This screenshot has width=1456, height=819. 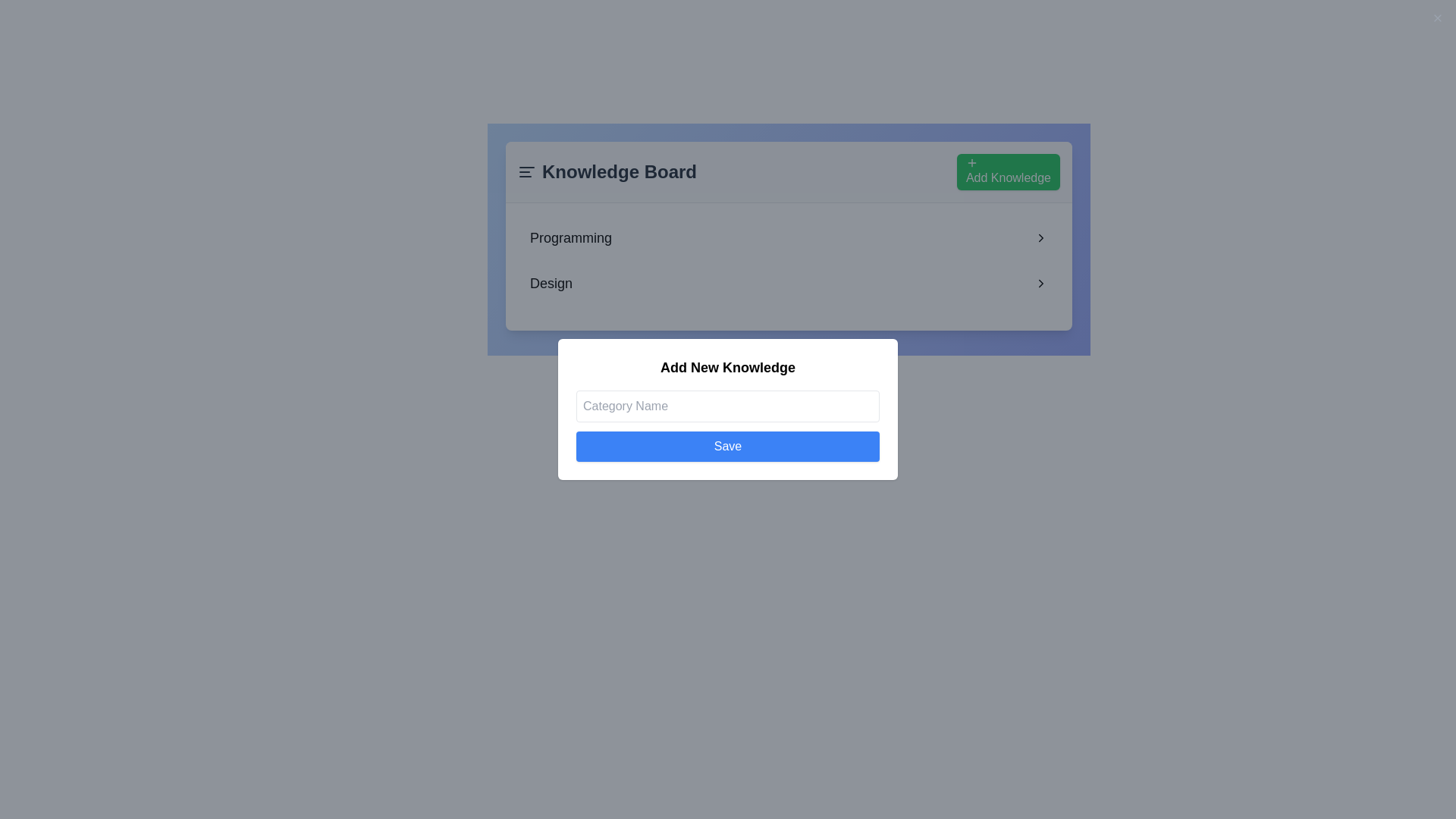 I want to click on displayed text from the prominent text label showing 'Programming', which is the first item in the list under 'Knowledge Board', so click(x=570, y=237).